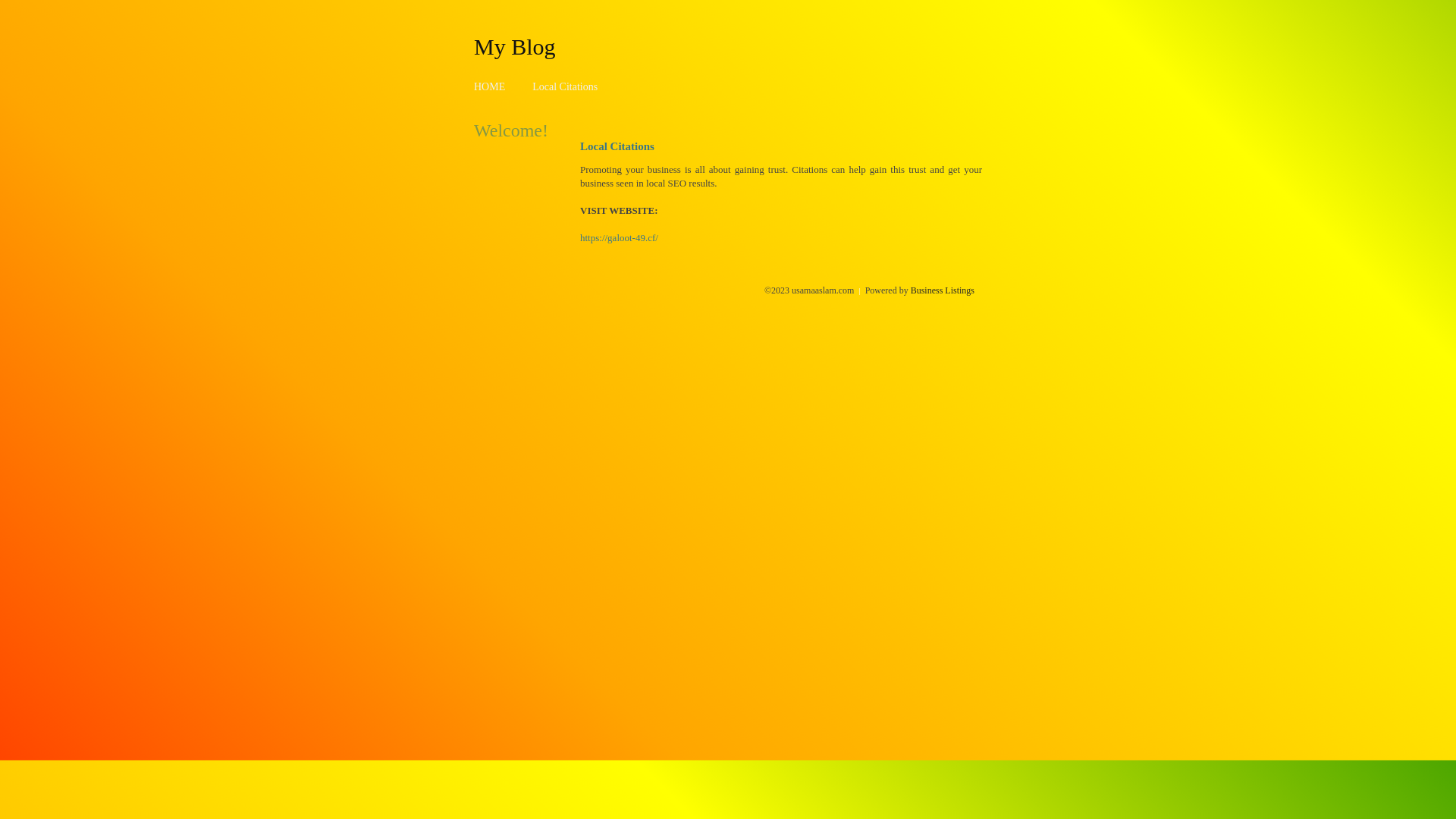  What do you see at coordinates (514, 45) in the screenshot?
I see `'My Blog'` at bounding box center [514, 45].